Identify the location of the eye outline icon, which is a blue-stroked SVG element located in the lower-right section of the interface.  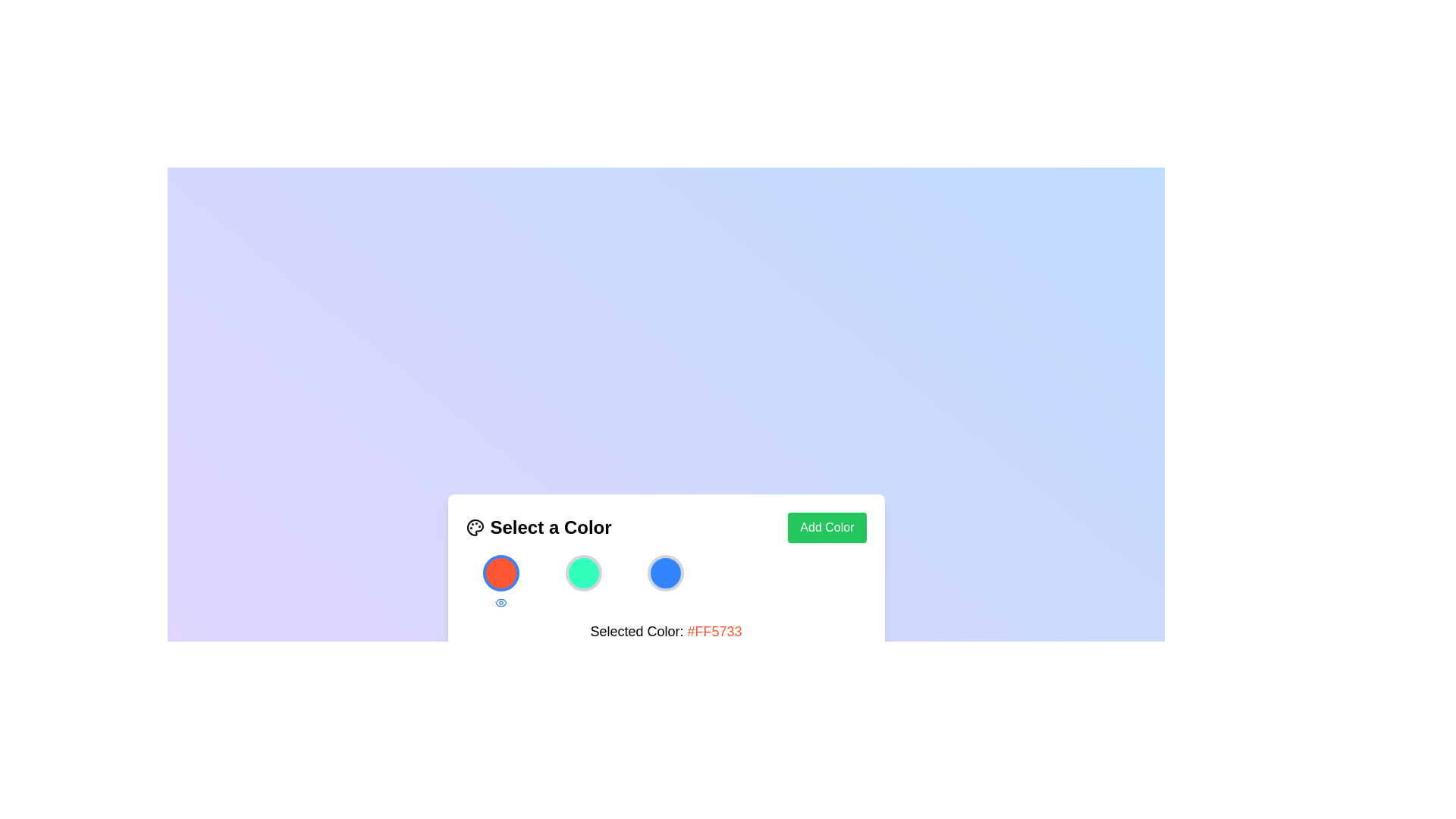
(500, 601).